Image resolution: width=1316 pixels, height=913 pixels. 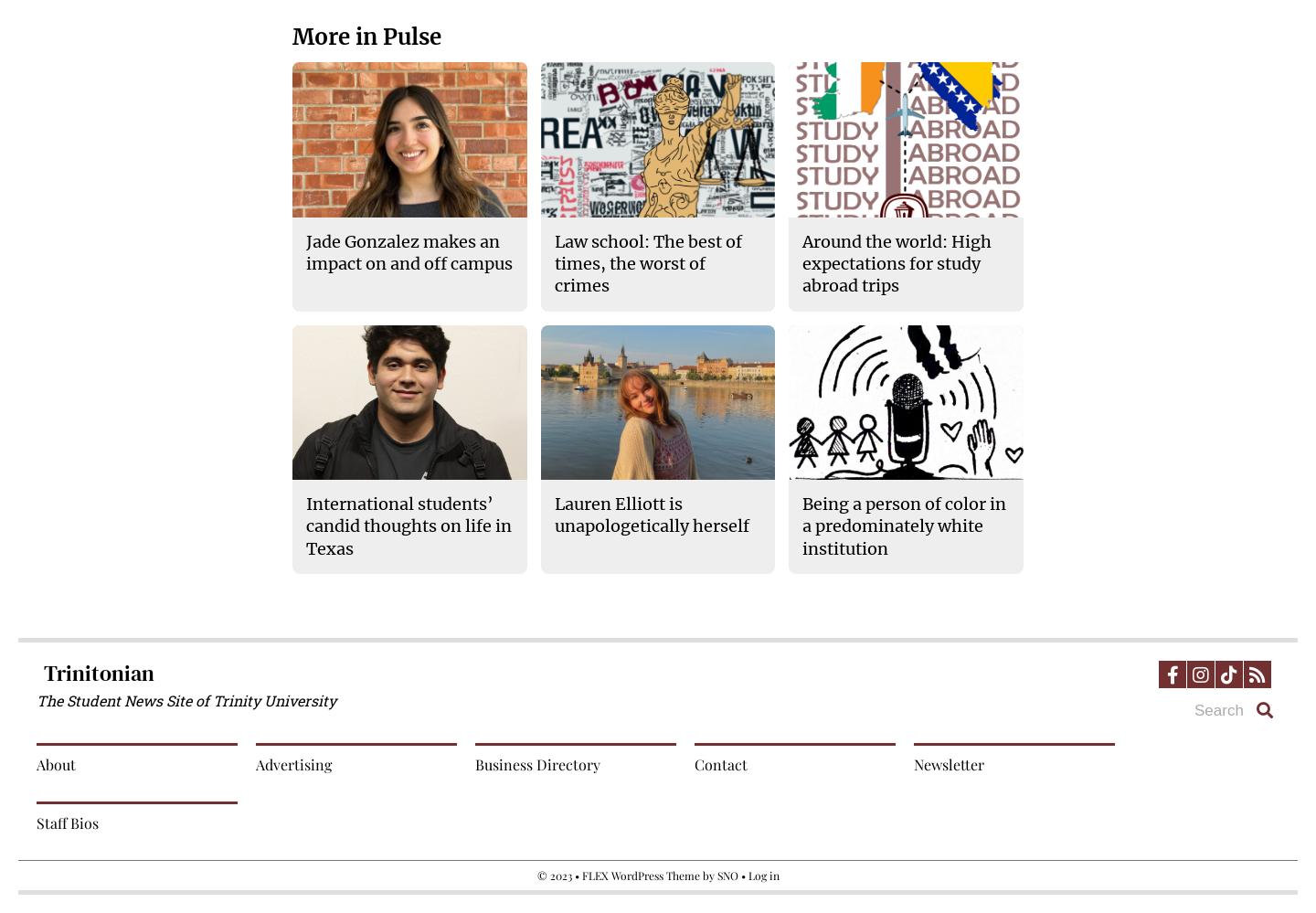 What do you see at coordinates (366, 37) in the screenshot?
I see `'More in Pulse'` at bounding box center [366, 37].